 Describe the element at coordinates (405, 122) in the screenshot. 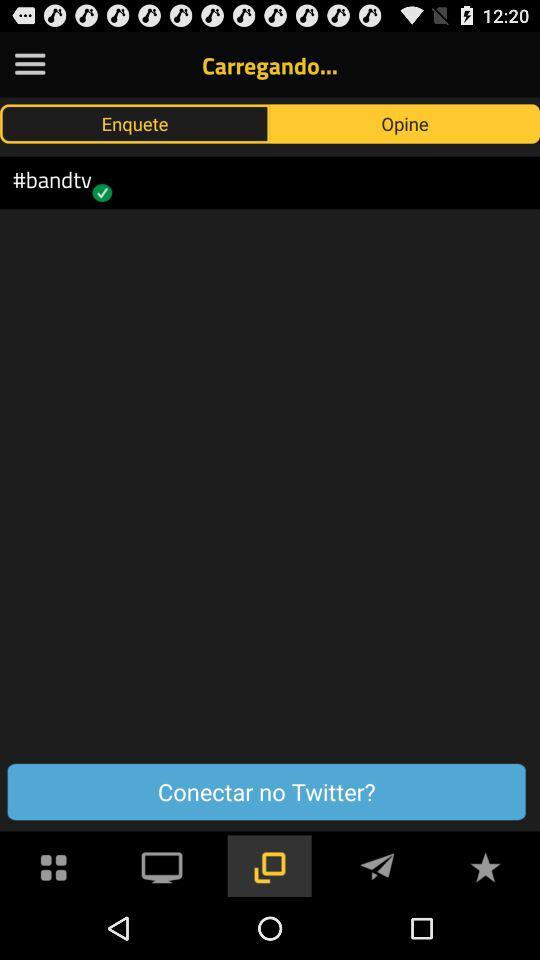

I see `opine icon` at that location.